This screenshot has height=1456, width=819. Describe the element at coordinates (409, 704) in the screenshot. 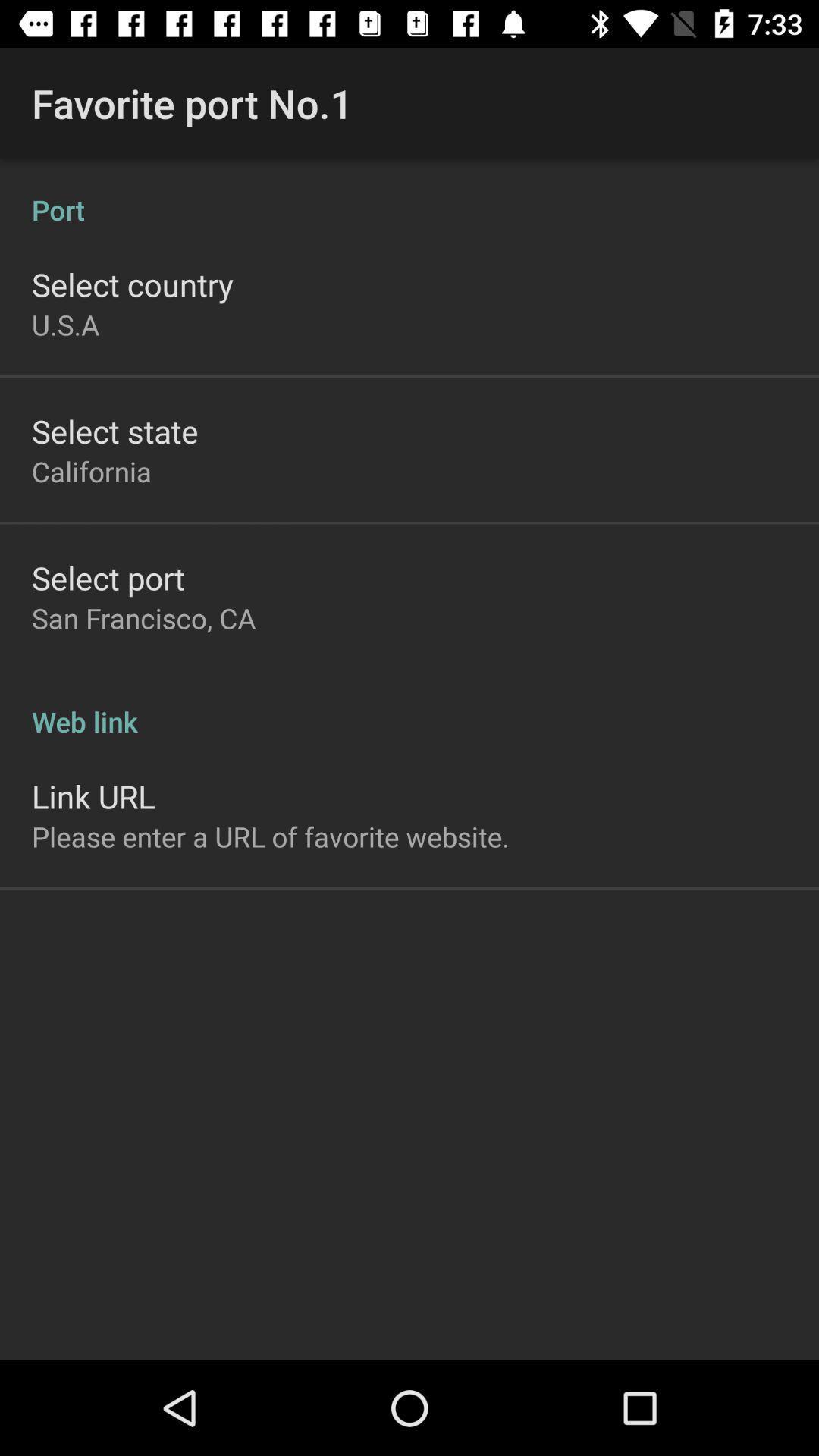

I see `the icon below san francisco, ca item` at that location.